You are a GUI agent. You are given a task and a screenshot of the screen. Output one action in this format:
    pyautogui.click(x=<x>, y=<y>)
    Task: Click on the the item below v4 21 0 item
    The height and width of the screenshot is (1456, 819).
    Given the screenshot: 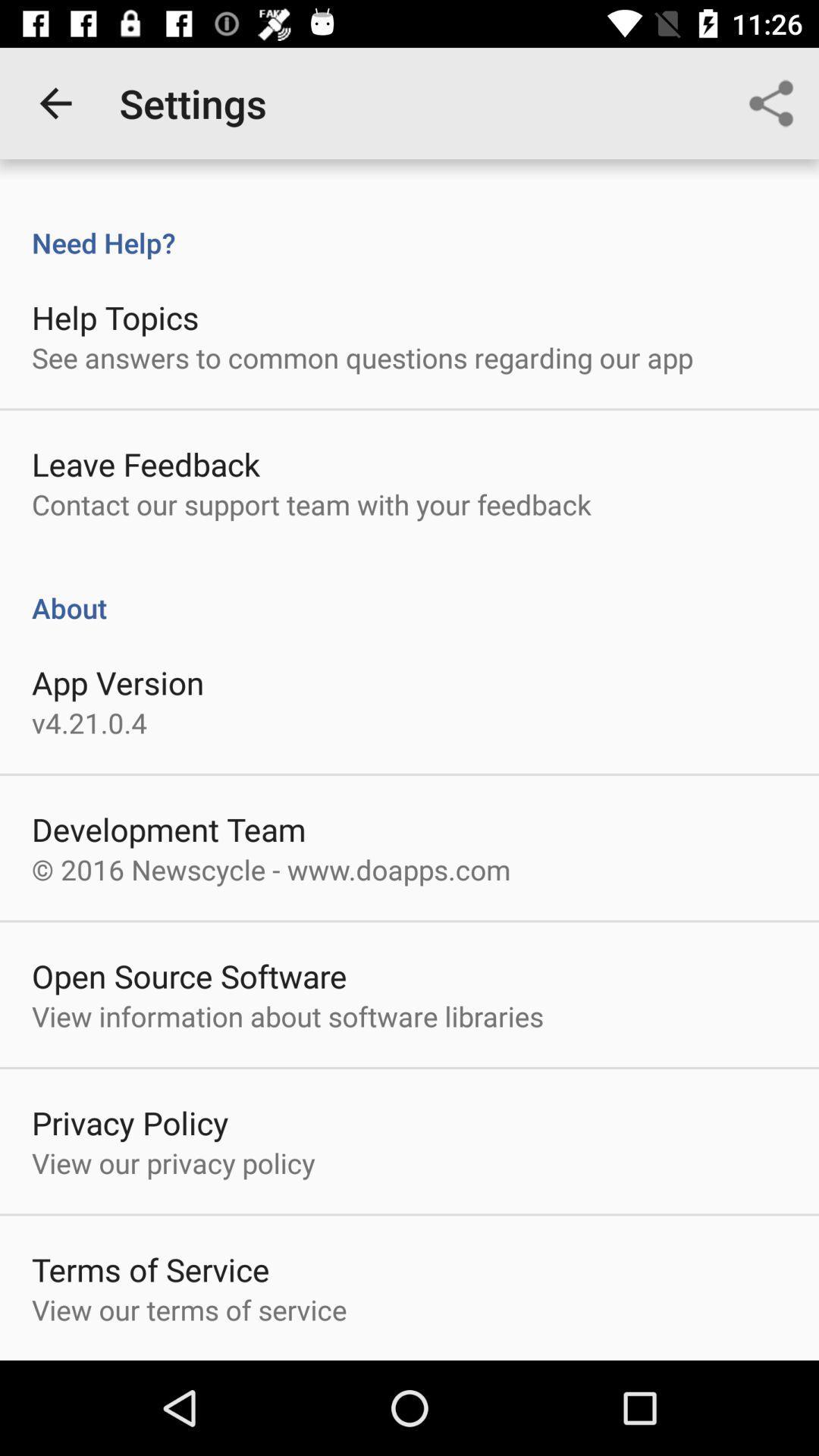 What is the action you would take?
    pyautogui.click(x=168, y=828)
    